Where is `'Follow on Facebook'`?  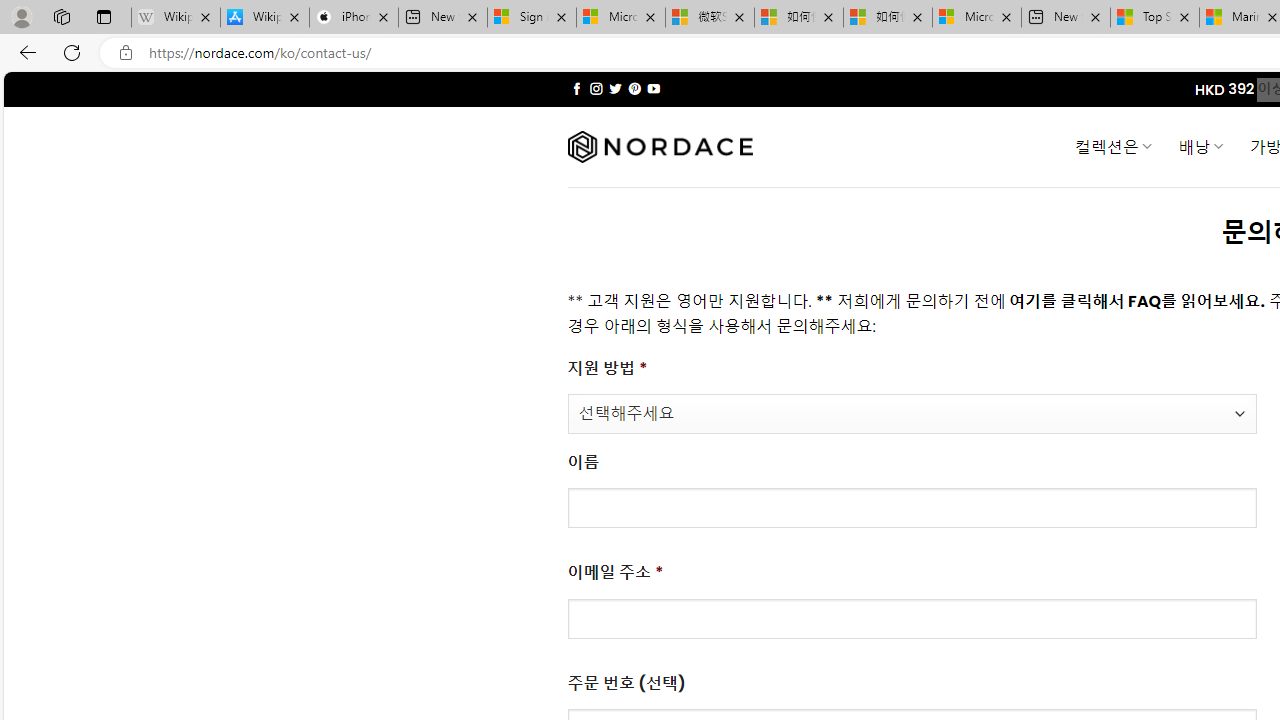
'Follow on Facebook' is located at coordinates (576, 88).